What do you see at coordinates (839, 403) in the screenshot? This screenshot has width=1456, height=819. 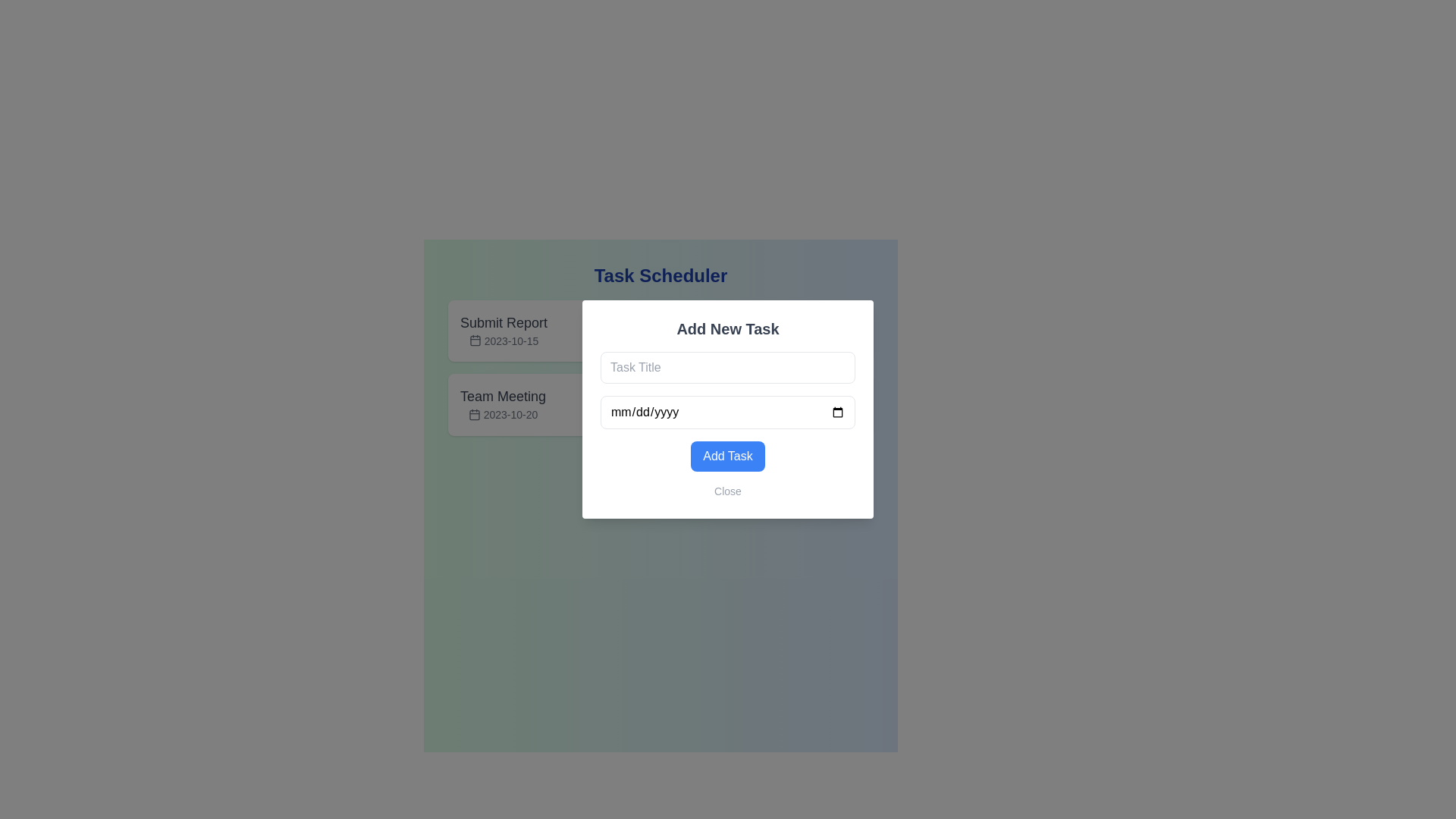 I see `the checkmark icon rendered in SVG format, located inside the green action button in the 'Add New Task' modal, positioned towards the right side` at bounding box center [839, 403].